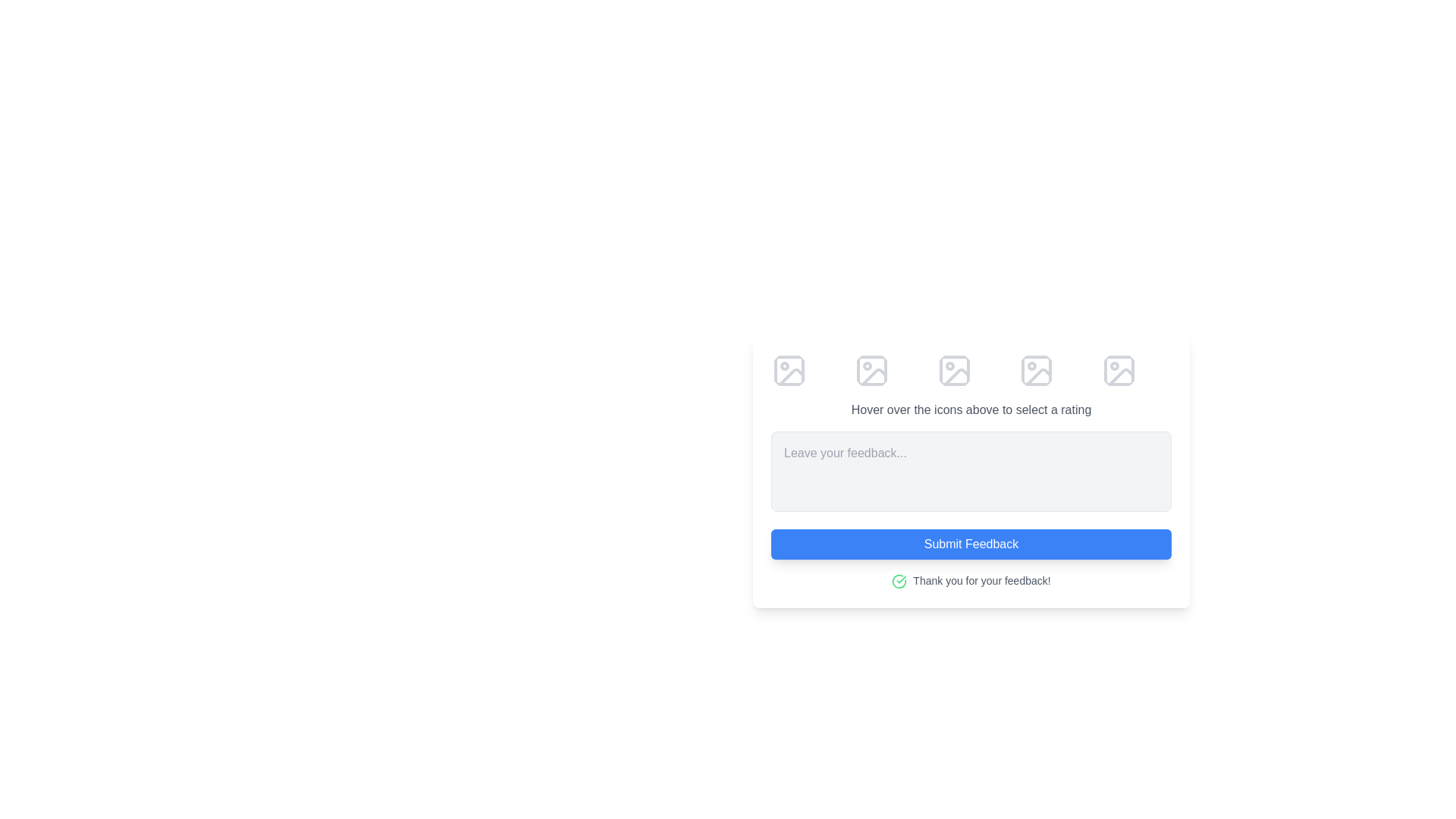  What do you see at coordinates (971, 516) in the screenshot?
I see `the submit feedback button located below the feedback input box` at bounding box center [971, 516].